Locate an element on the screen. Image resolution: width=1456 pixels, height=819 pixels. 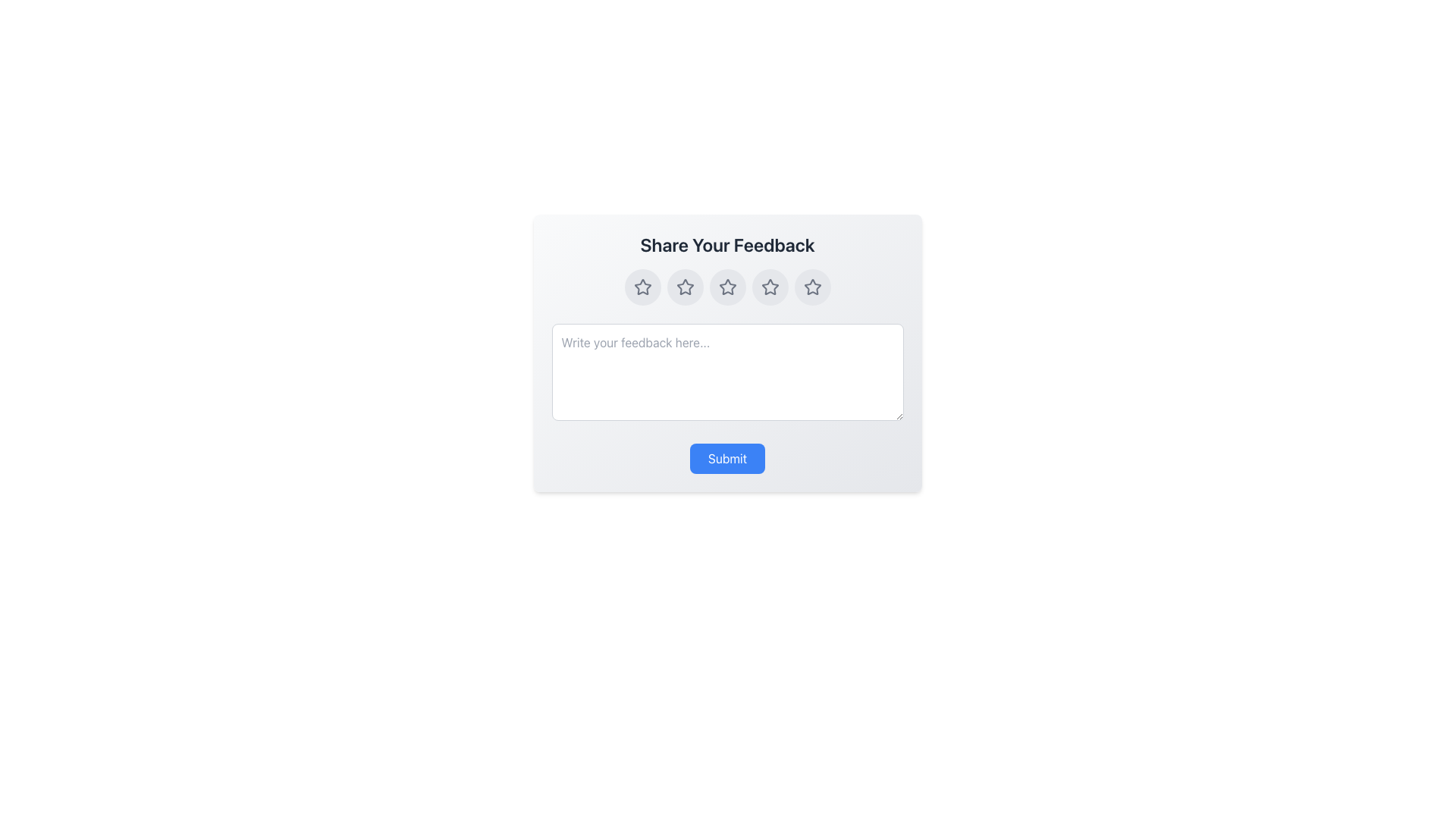
the second clickable star is located at coordinates (684, 287).